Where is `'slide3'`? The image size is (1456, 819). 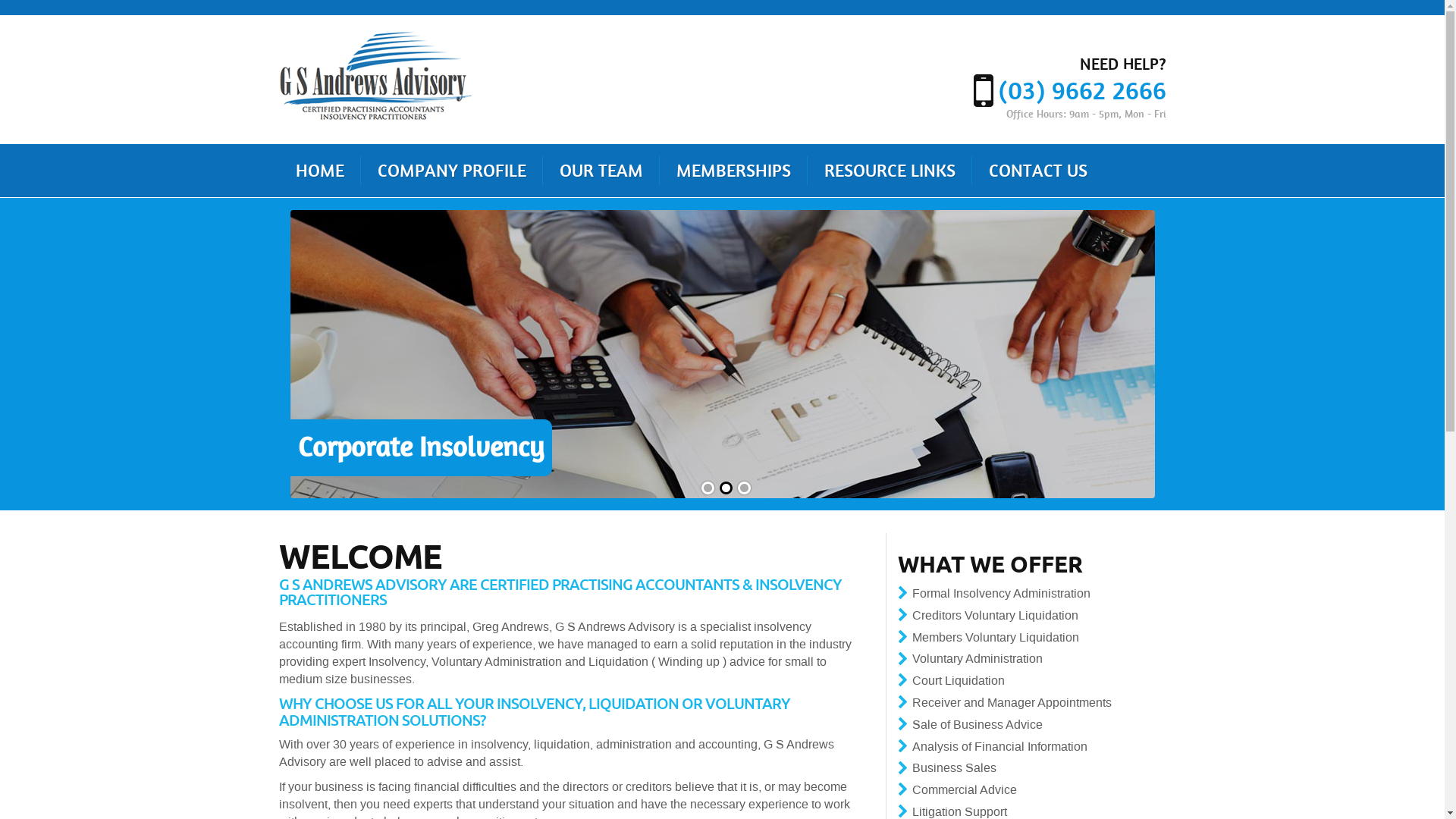
'slide3' is located at coordinates (735, 488).